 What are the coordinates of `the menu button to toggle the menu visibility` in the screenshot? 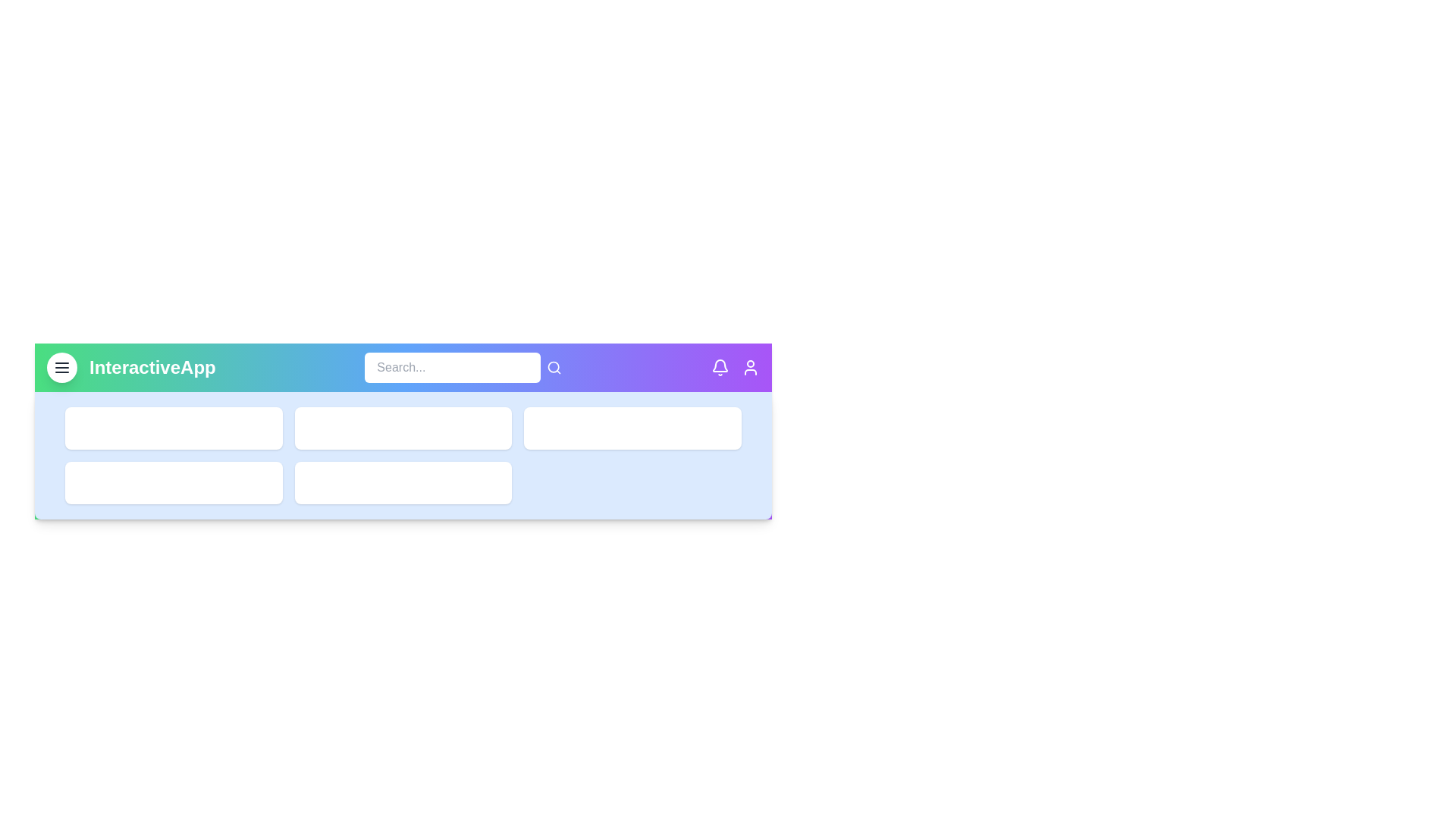 It's located at (61, 368).